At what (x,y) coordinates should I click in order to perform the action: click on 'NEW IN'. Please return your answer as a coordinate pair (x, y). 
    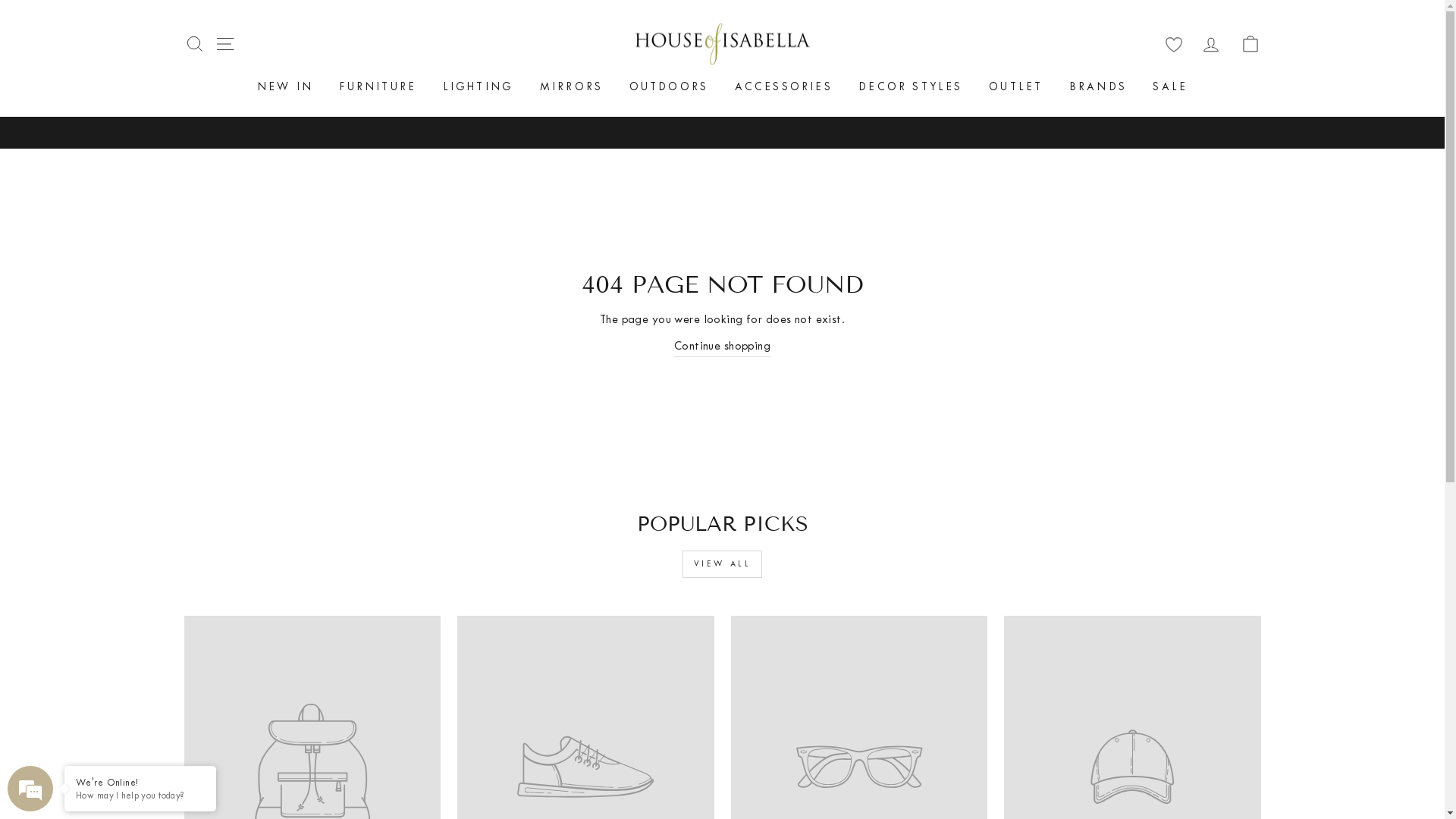
    Looking at the image, I should click on (284, 86).